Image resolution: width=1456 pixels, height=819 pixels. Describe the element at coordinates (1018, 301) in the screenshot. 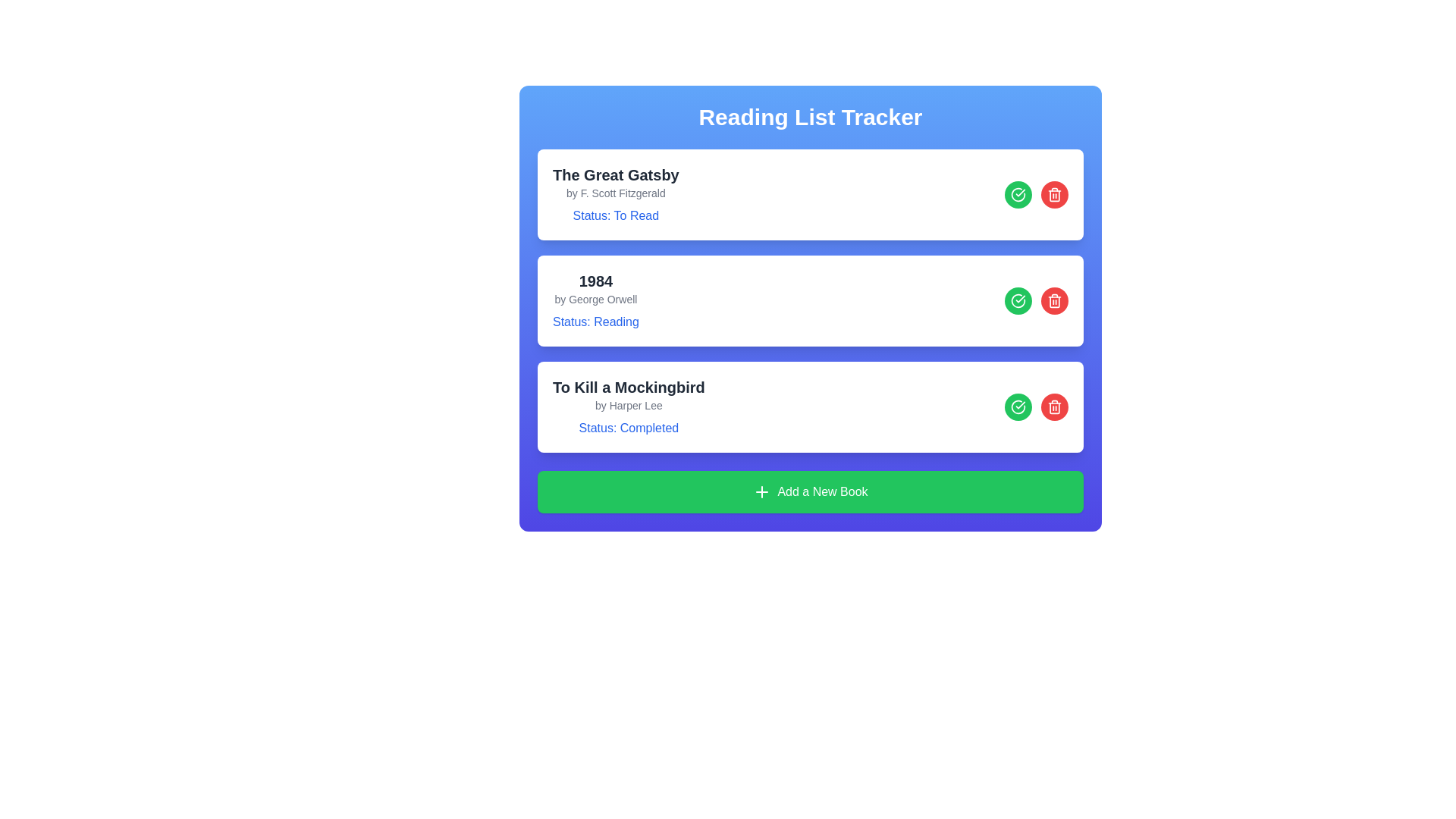

I see `the confirmation button adjacent to '1984 by George Orwell' in the 'Reading List Tracker' interface` at that location.